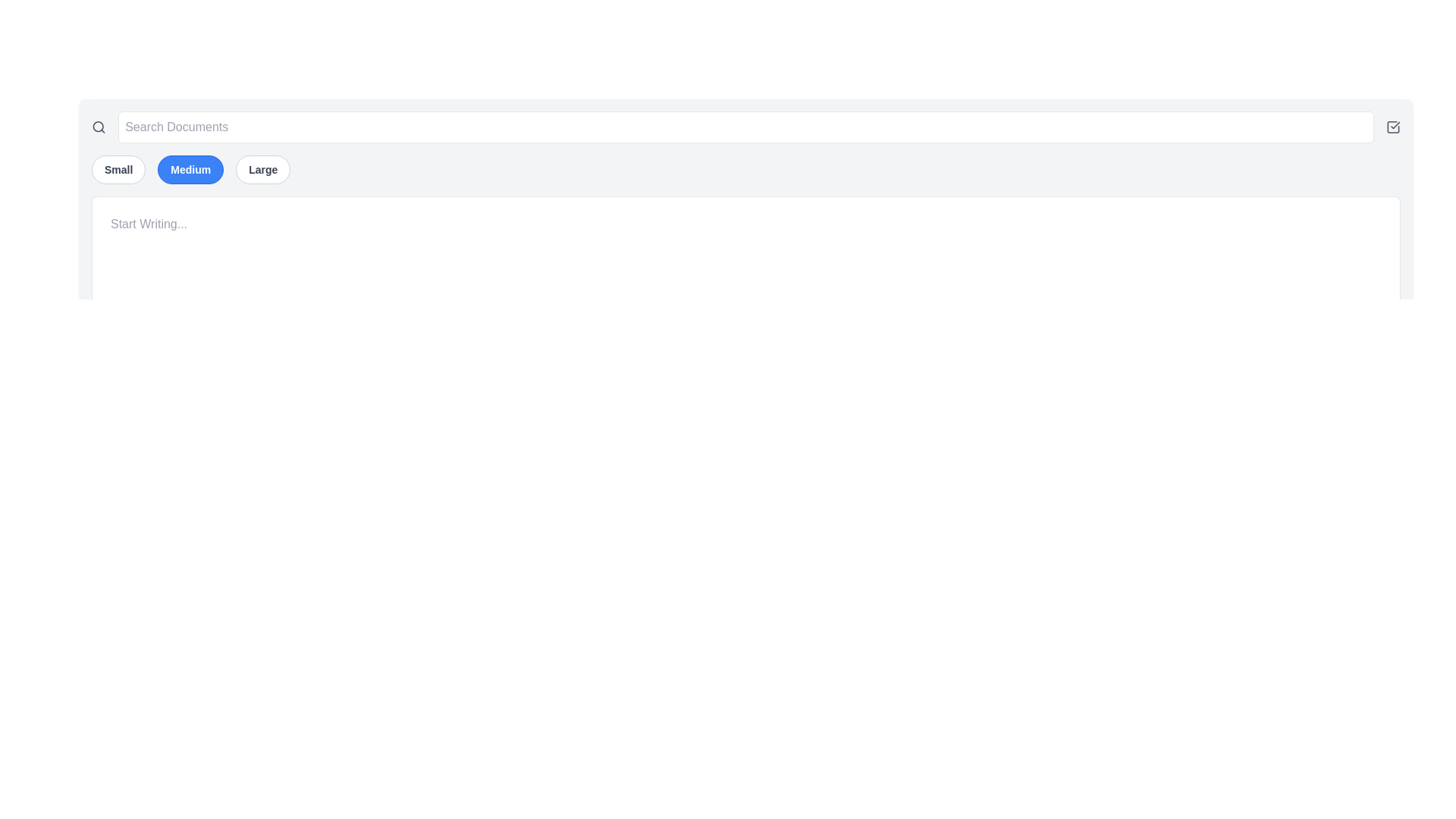  I want to click on the 'Small' button, which is a rounded rectangular button with a white background, gray text, and a gray border, located at the top left corner of the interface, so click(118, 169).